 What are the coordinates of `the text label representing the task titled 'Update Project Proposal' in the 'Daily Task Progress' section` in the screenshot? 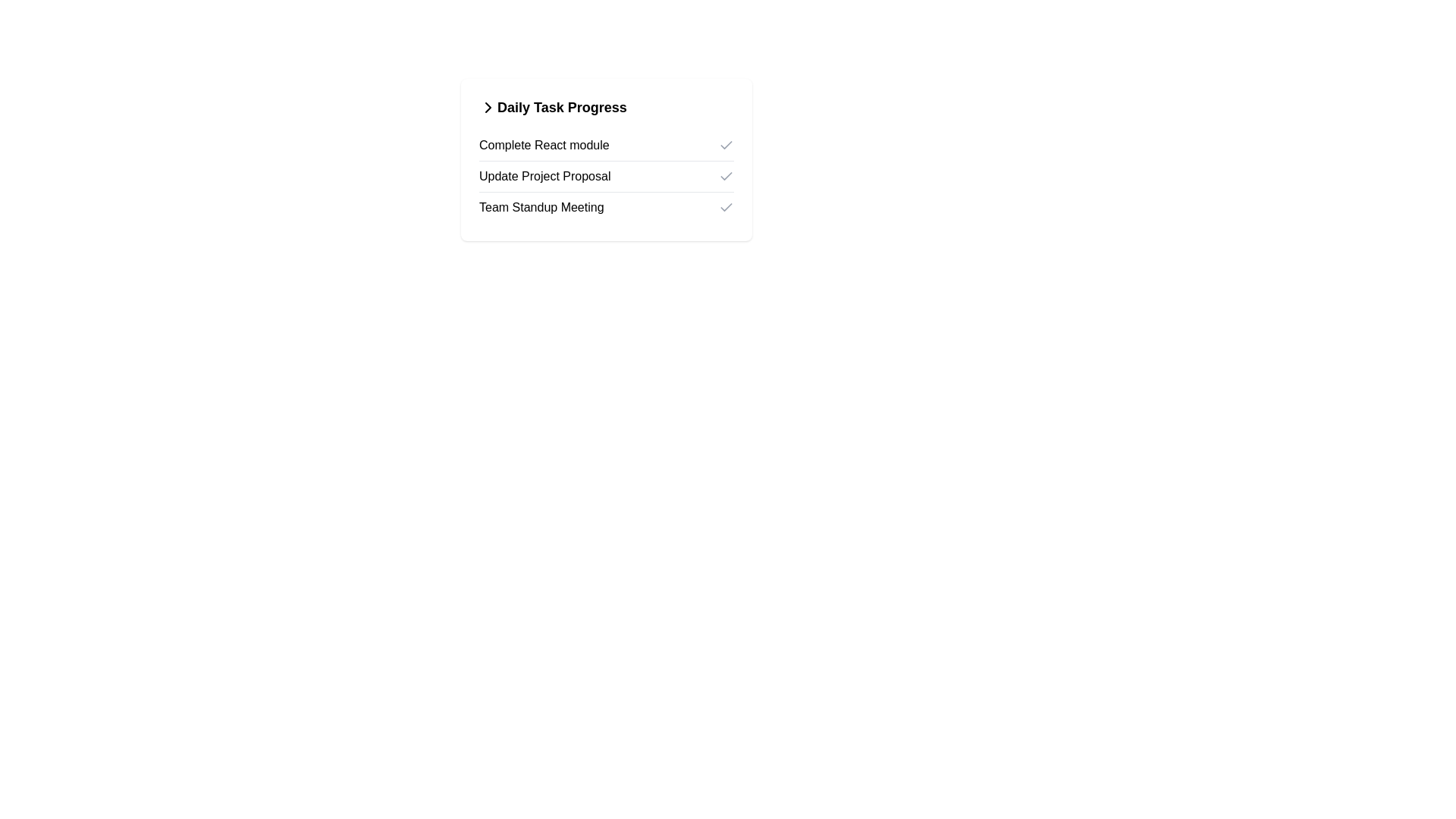 It's located at (544, 175).